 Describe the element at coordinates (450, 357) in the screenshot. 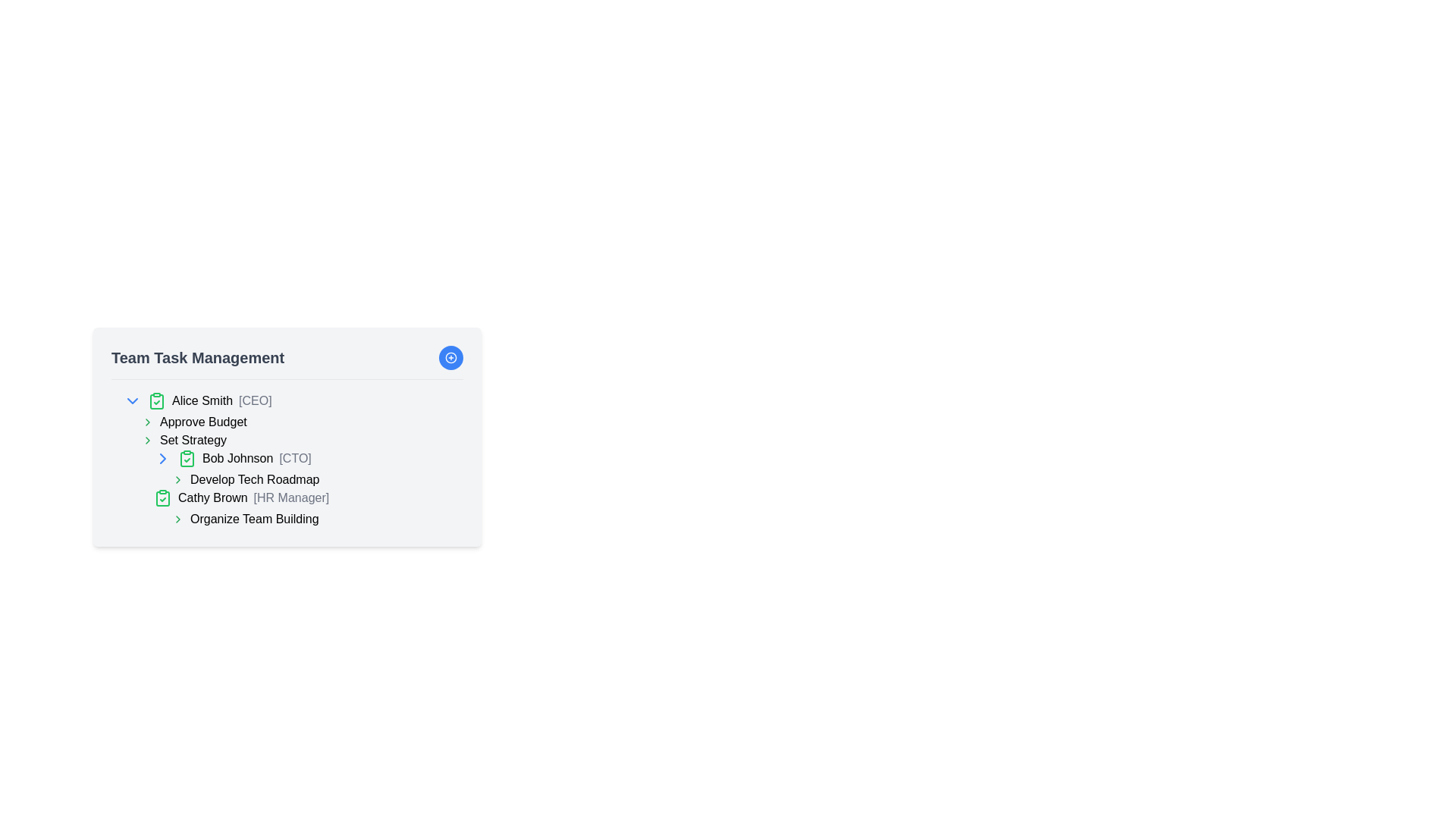

I see `the button in the top-right corner of the 'Team Task Management' component` at that location.